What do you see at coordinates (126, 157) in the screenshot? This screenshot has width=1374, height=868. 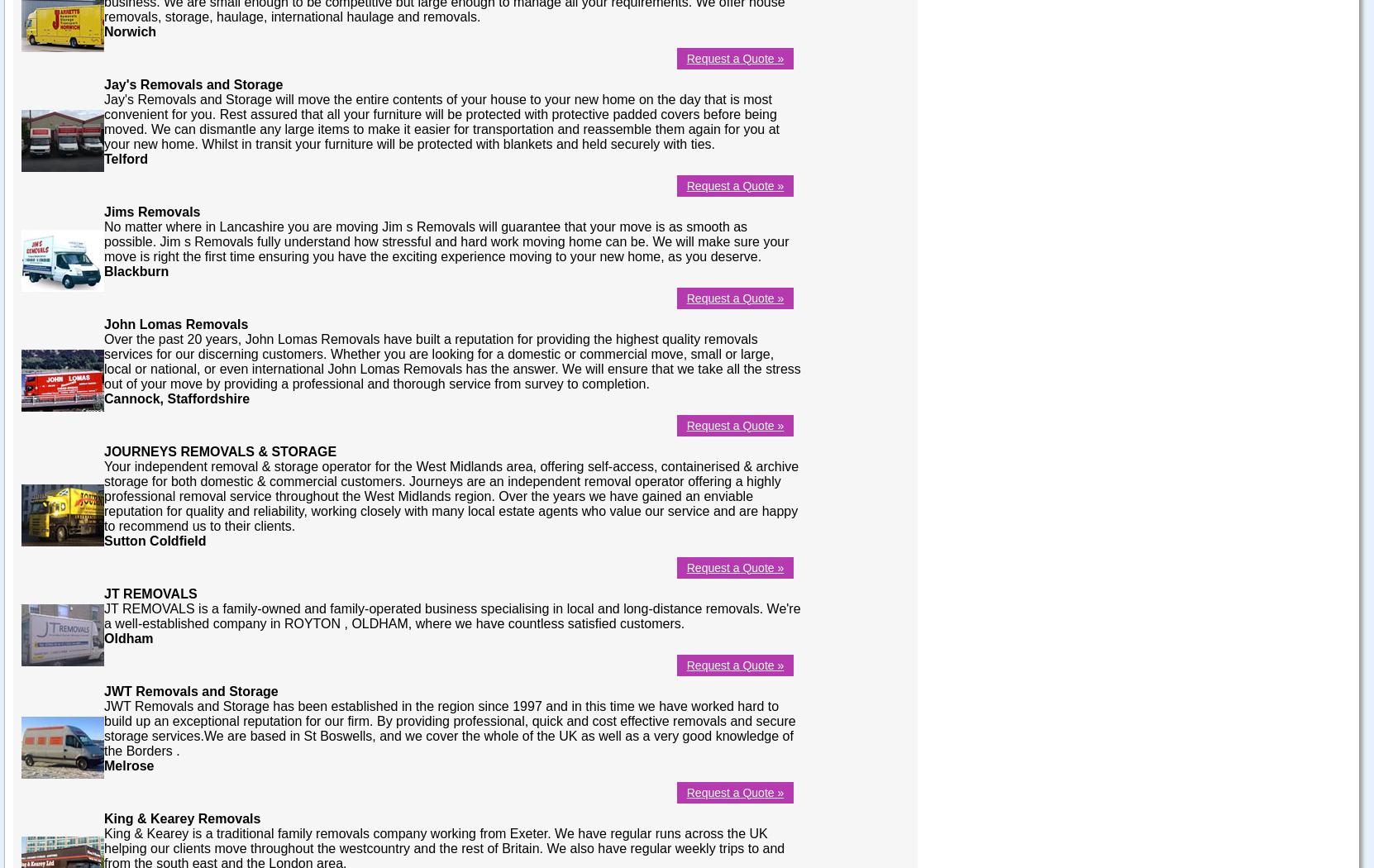 I see `'Telford'` at bounding box center [126, 157].